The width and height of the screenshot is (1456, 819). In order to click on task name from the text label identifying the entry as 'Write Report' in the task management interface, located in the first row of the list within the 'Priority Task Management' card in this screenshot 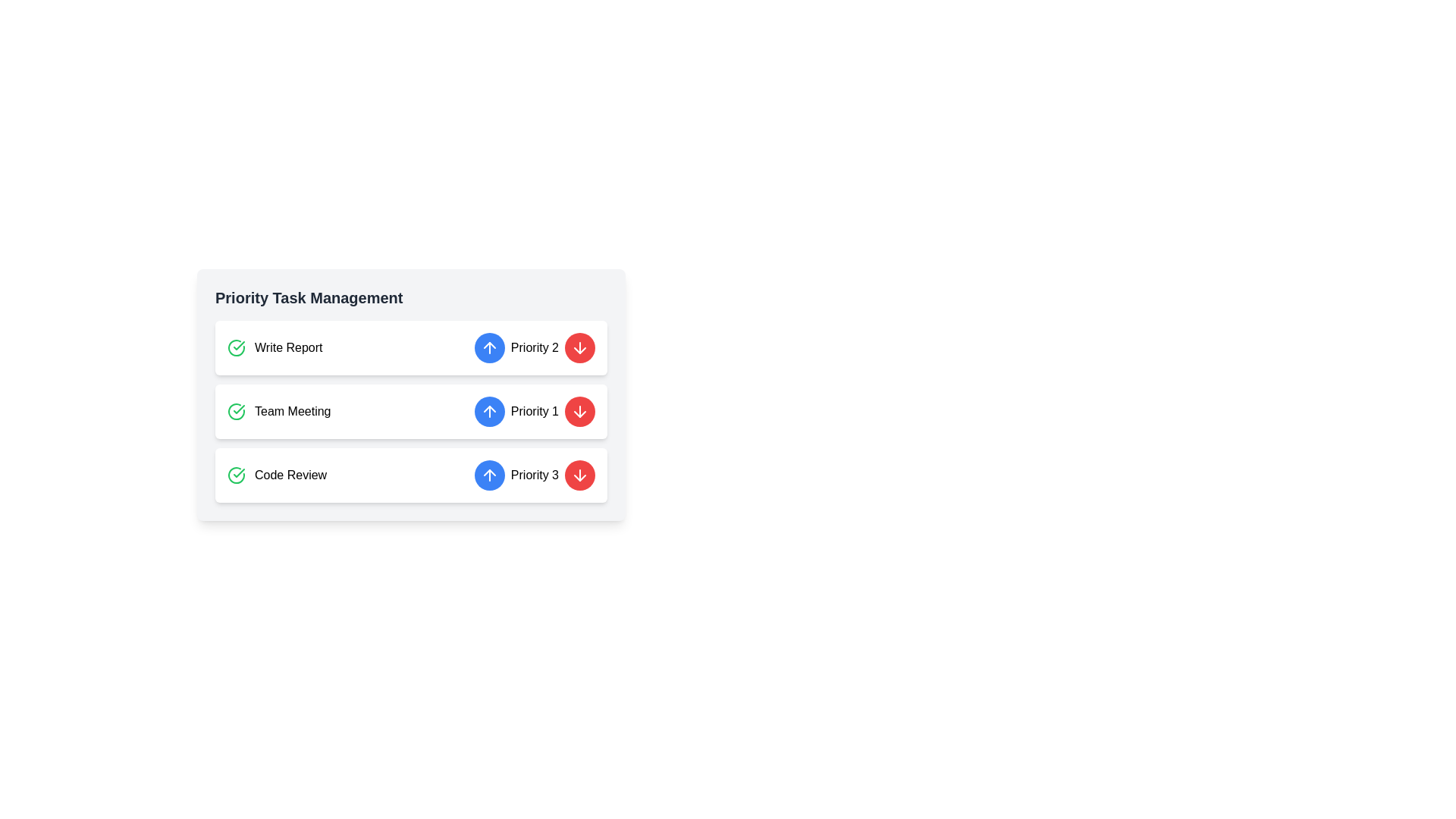, I will do `click(288, 348)`.